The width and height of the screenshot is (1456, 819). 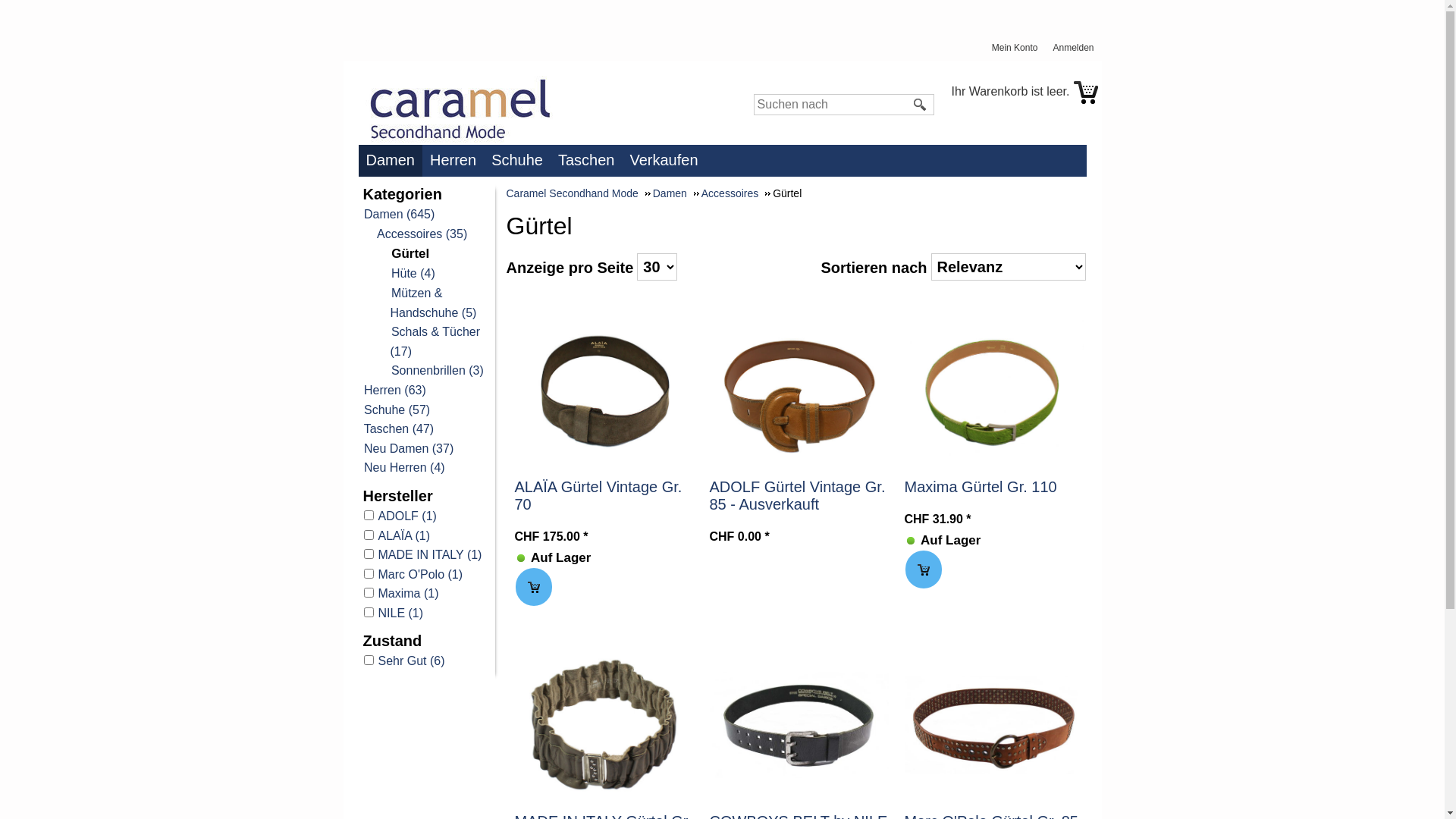 I want to click on 'Accessoires (35)', so click(x=422, y=234).